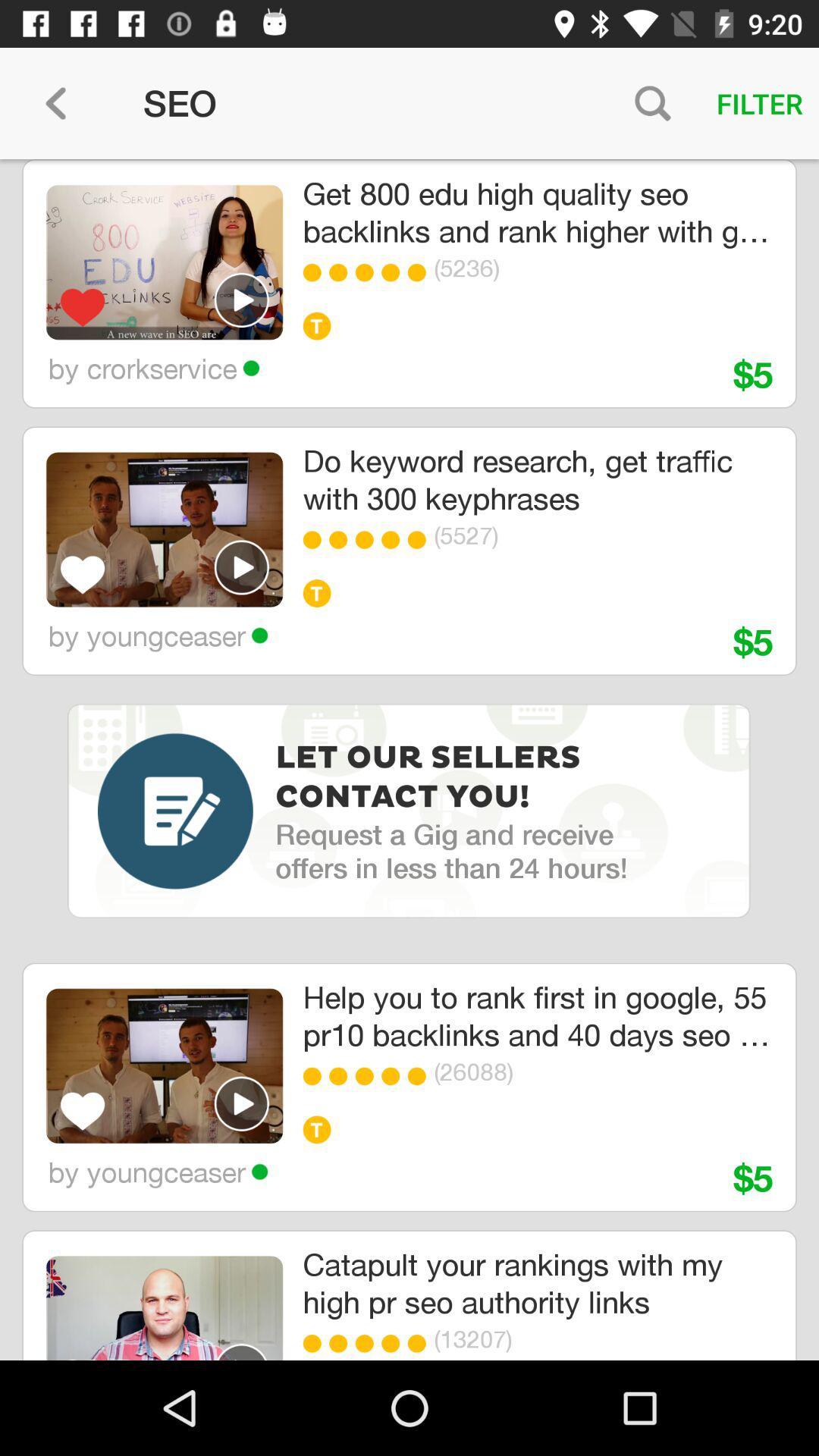 This screenshot has height=1456, width=819. What do you see at coordinates (241, 1103) in the screenshot?
I see `play icon in the third thumbnail` at bounding box center [241, 1103].